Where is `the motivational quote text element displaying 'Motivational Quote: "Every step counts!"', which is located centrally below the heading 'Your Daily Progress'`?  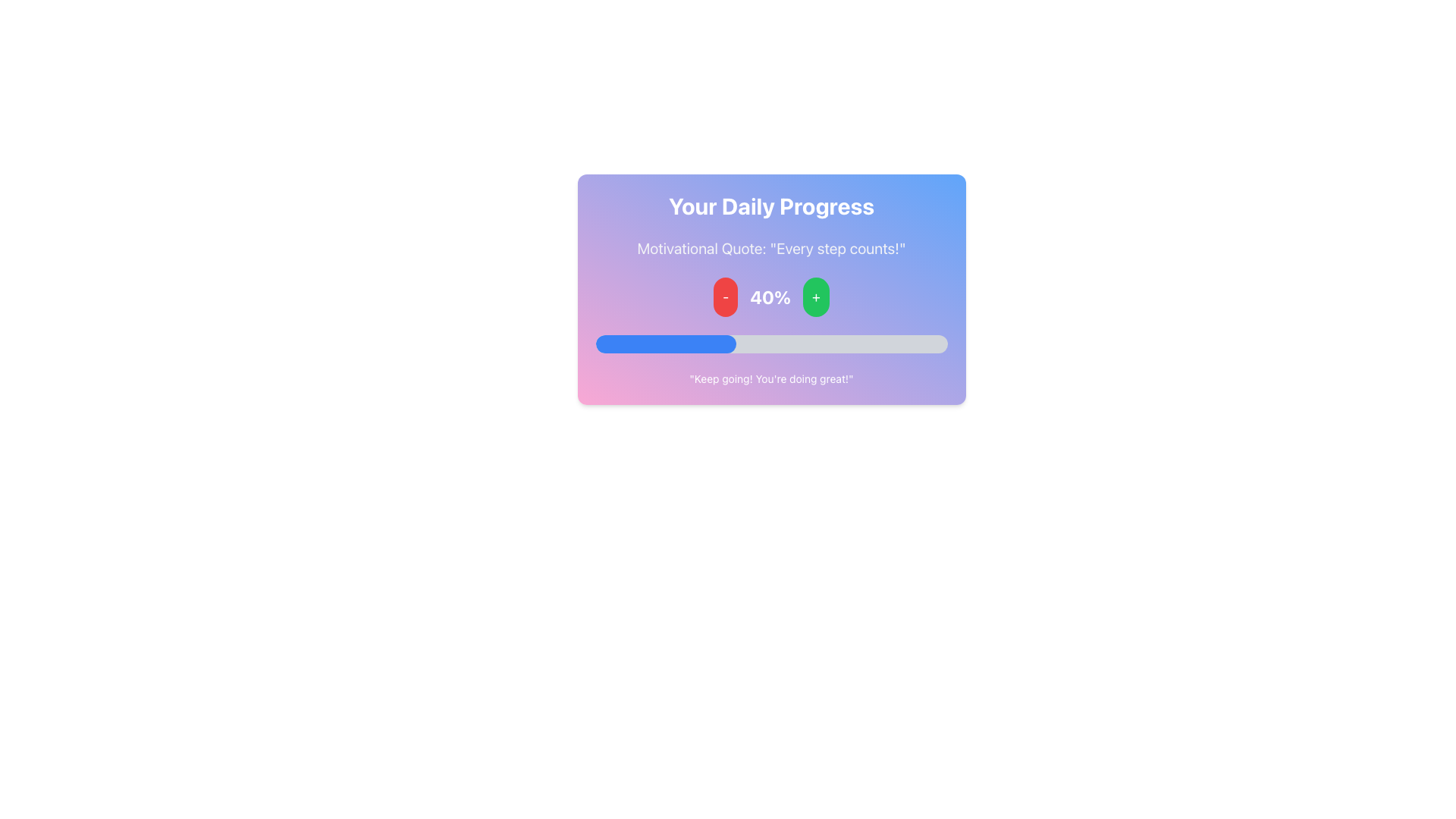 the motivational quote text element displaying 'Motivational Quote: "Every step counts!"', which is located centrally below the heading 'Your Daily Progress' is located at coordinates (771, 247).